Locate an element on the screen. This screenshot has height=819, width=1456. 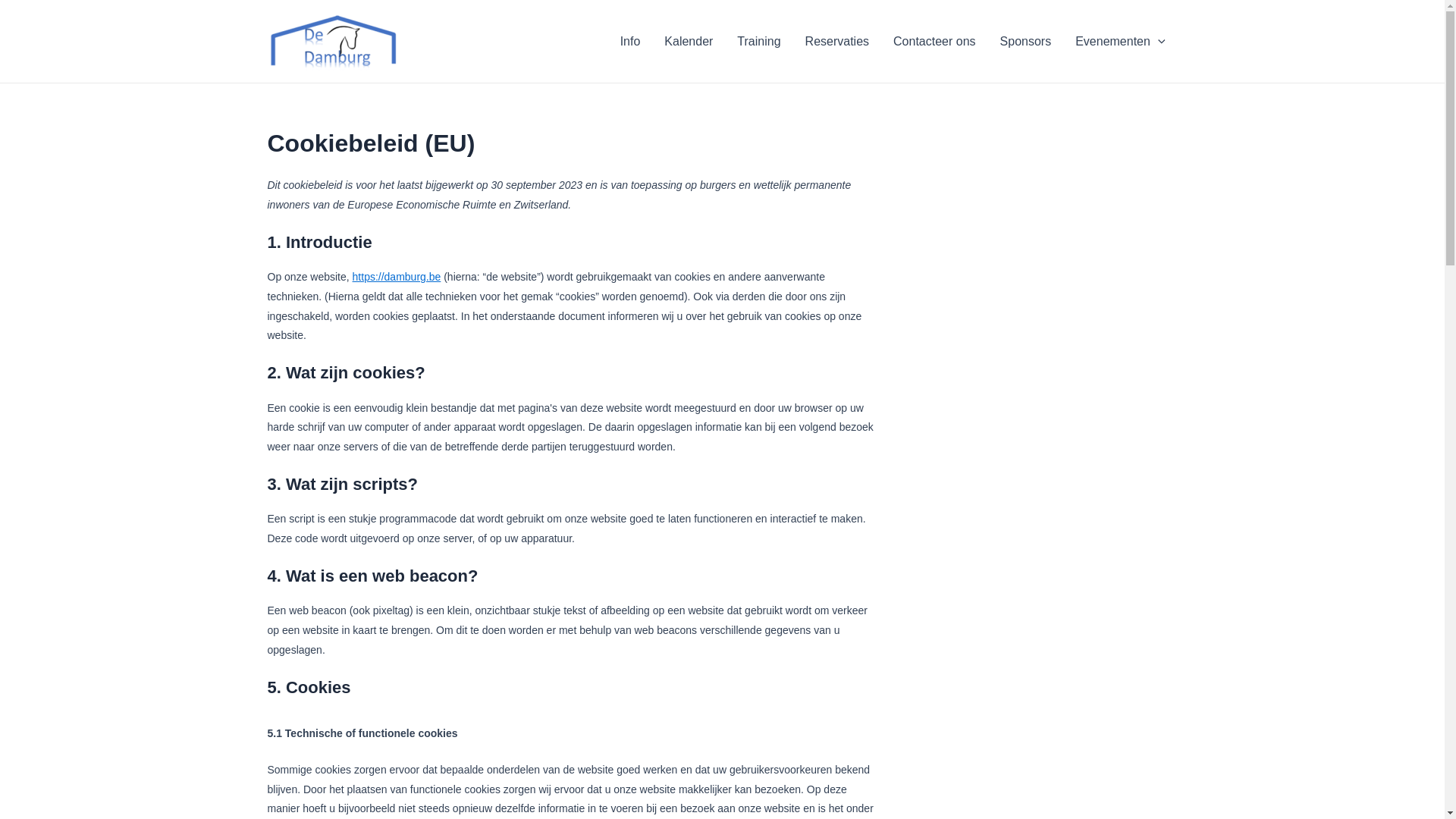
'Training' is located at coordinates (723, 40).